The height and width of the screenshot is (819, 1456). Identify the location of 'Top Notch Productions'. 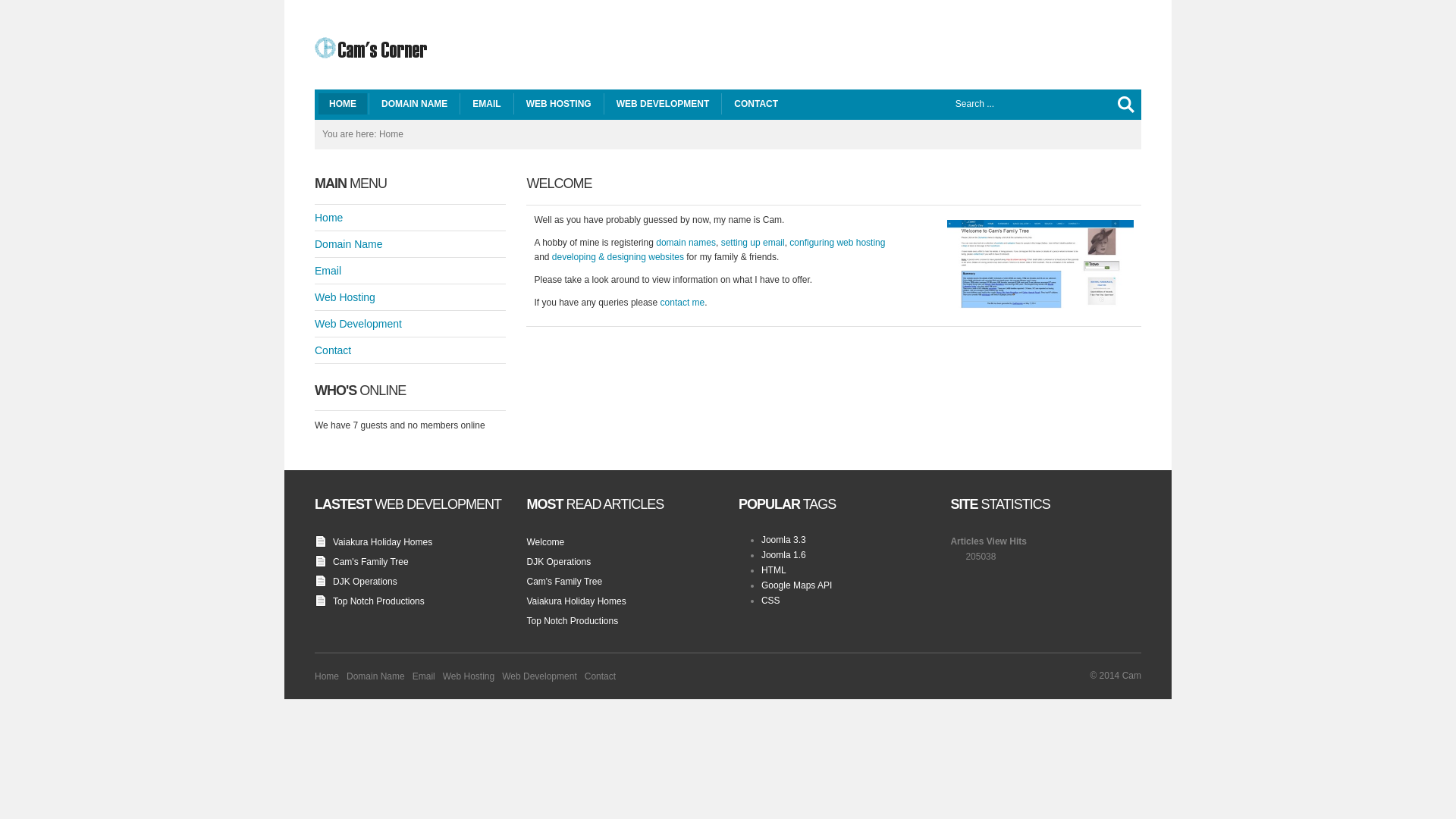
(378, 601).